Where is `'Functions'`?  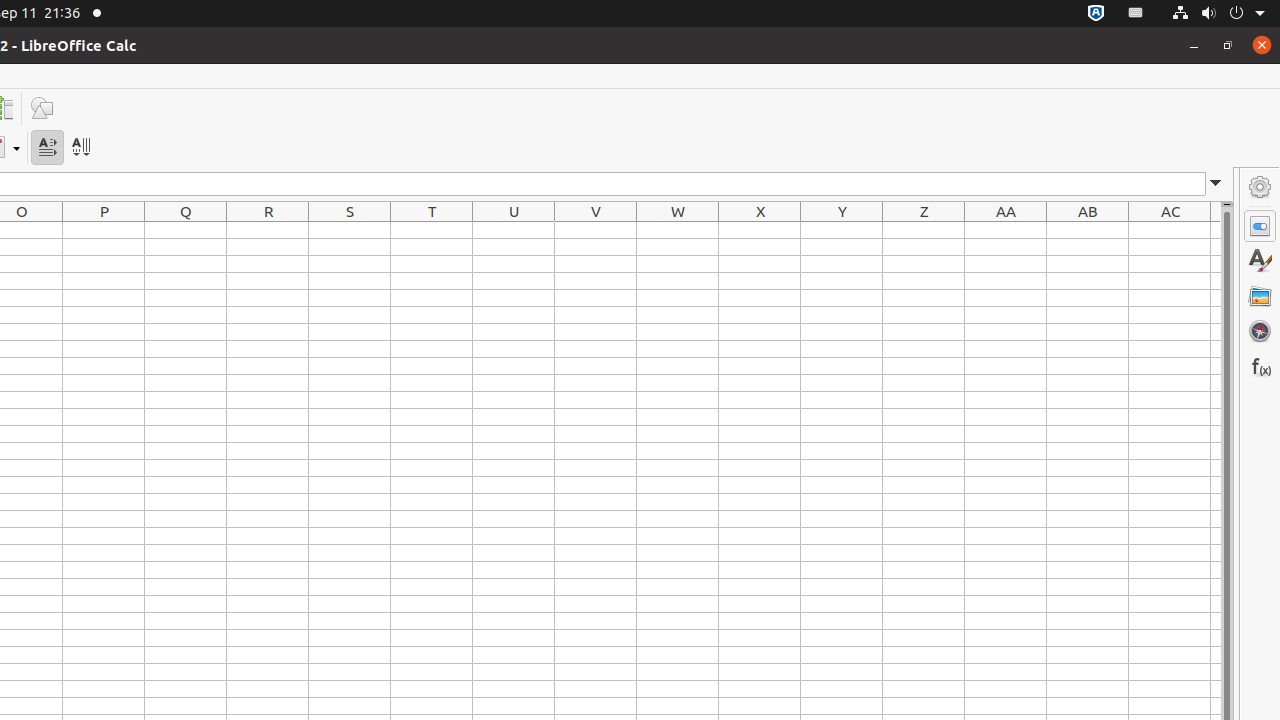 'Functions' is located at coordinates (1259, 365).